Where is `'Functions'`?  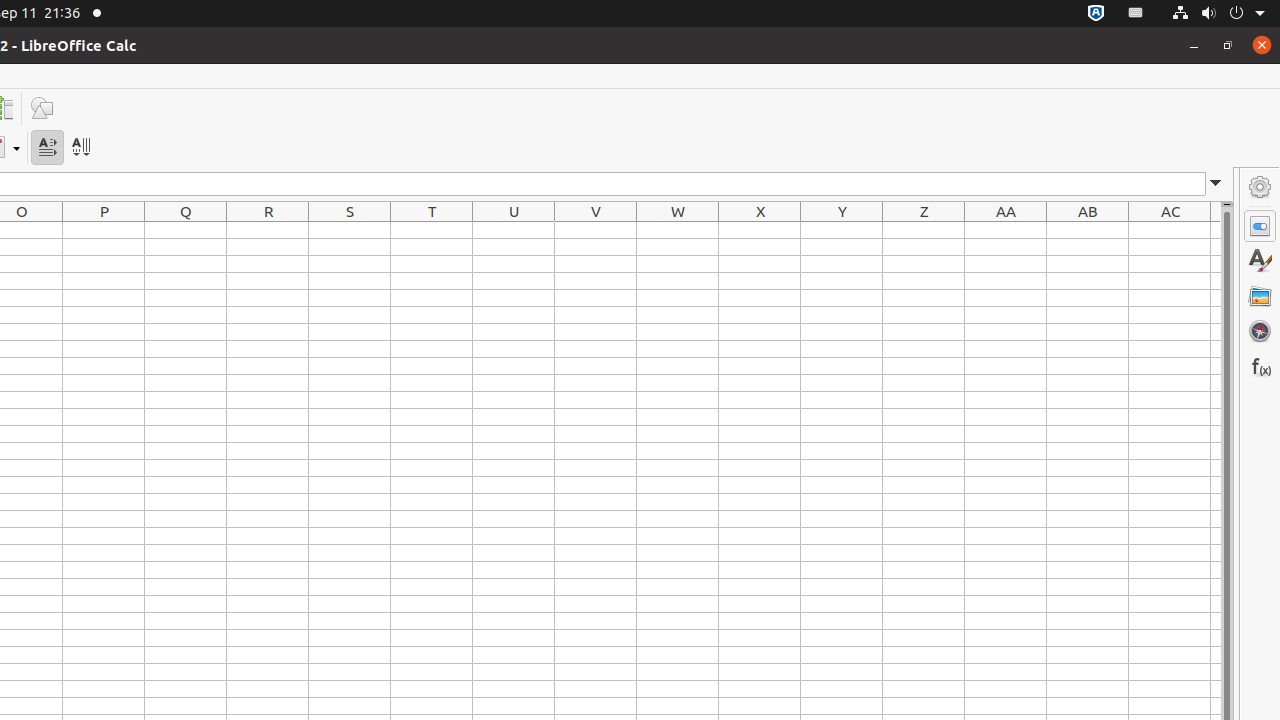 'Functions' is located at coordinates (1259, 365).